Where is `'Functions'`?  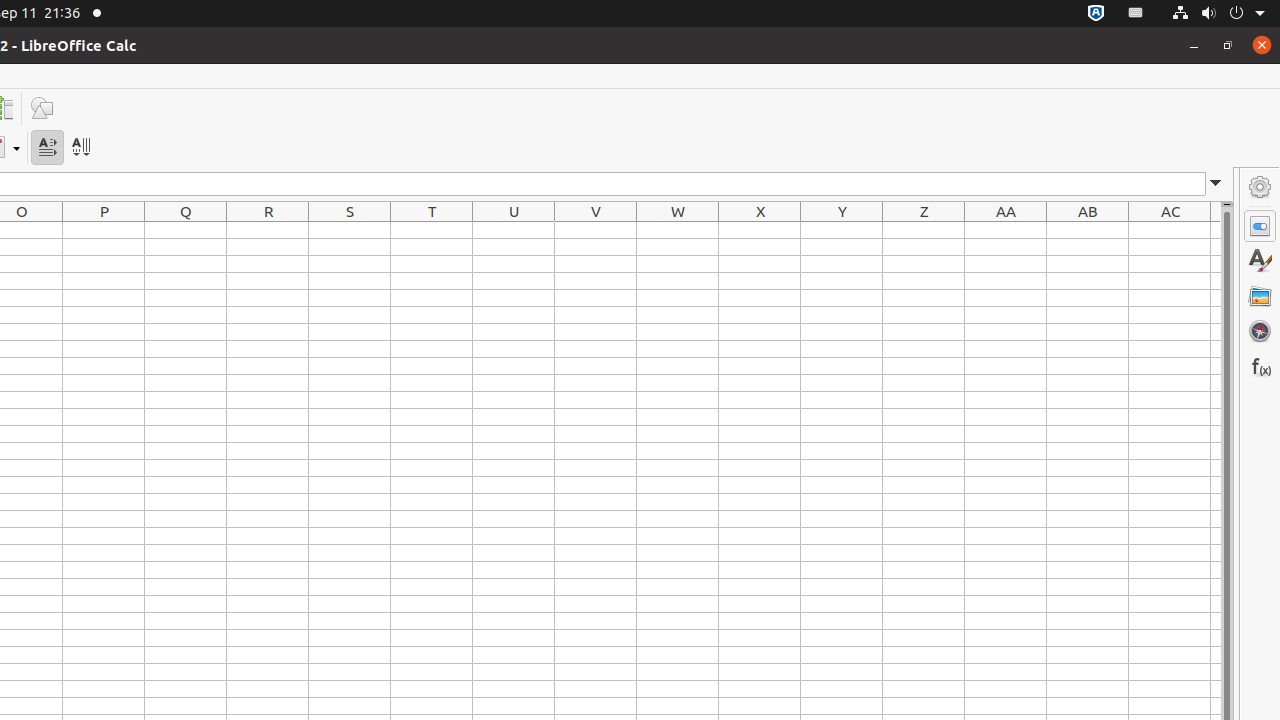 'Functions' is located at coordinates (1259, 365).